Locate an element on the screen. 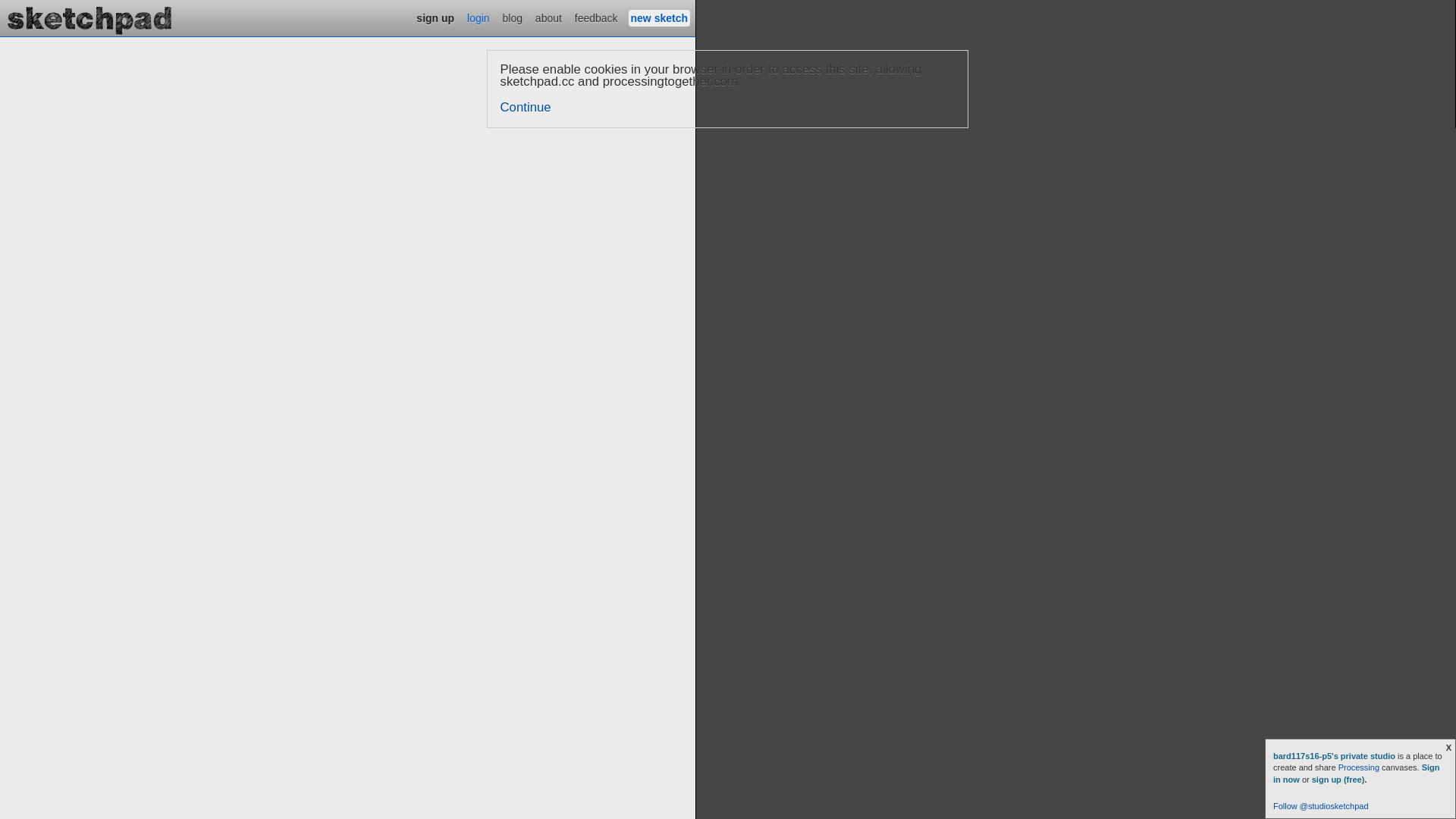 The image size is (1456, 819). 'Follow @studiosketchpad' is located at coordinates (1273, 805).